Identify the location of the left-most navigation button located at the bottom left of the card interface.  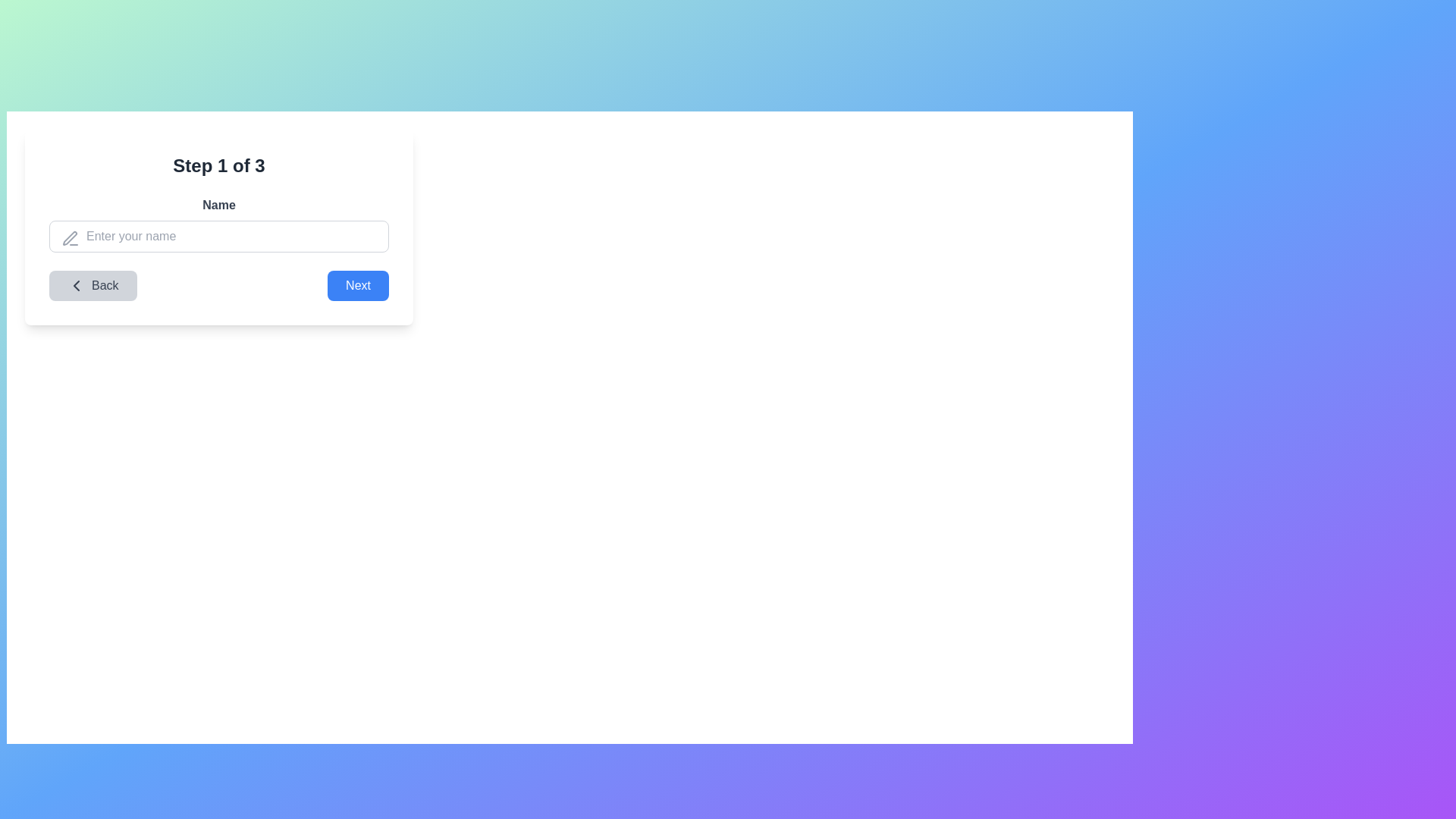
(92, 286).